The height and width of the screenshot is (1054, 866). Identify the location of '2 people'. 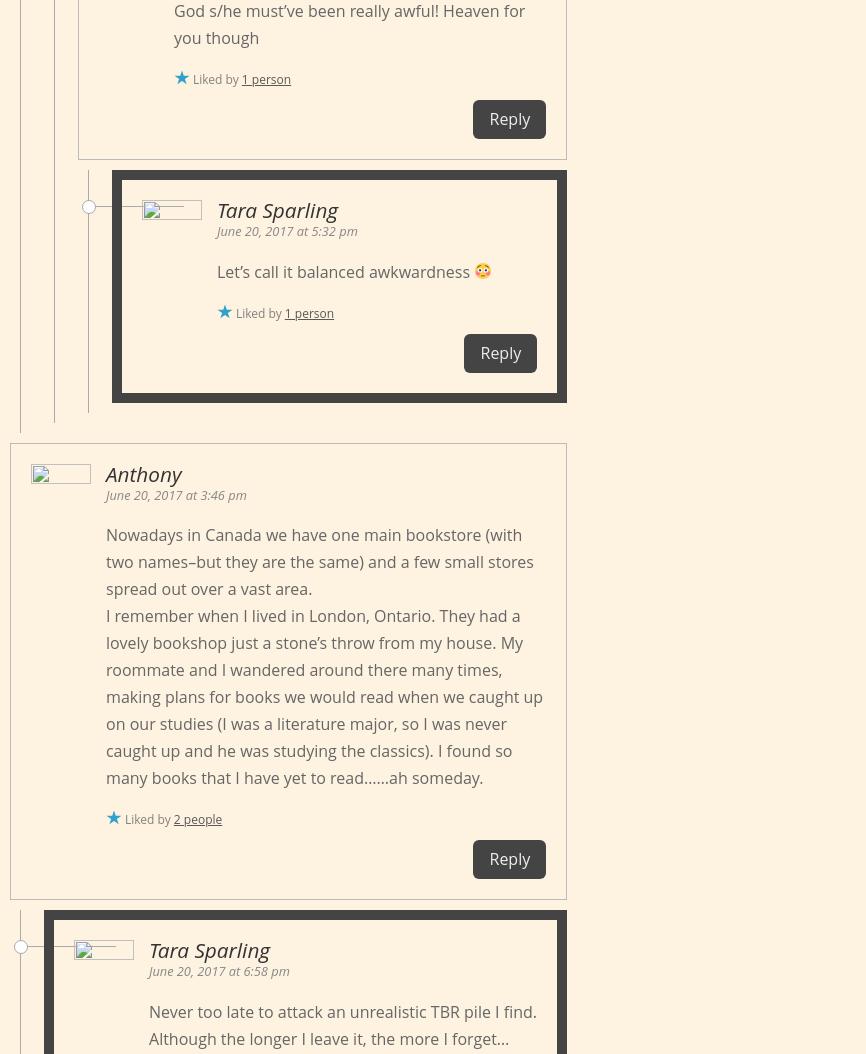
(197, 818).